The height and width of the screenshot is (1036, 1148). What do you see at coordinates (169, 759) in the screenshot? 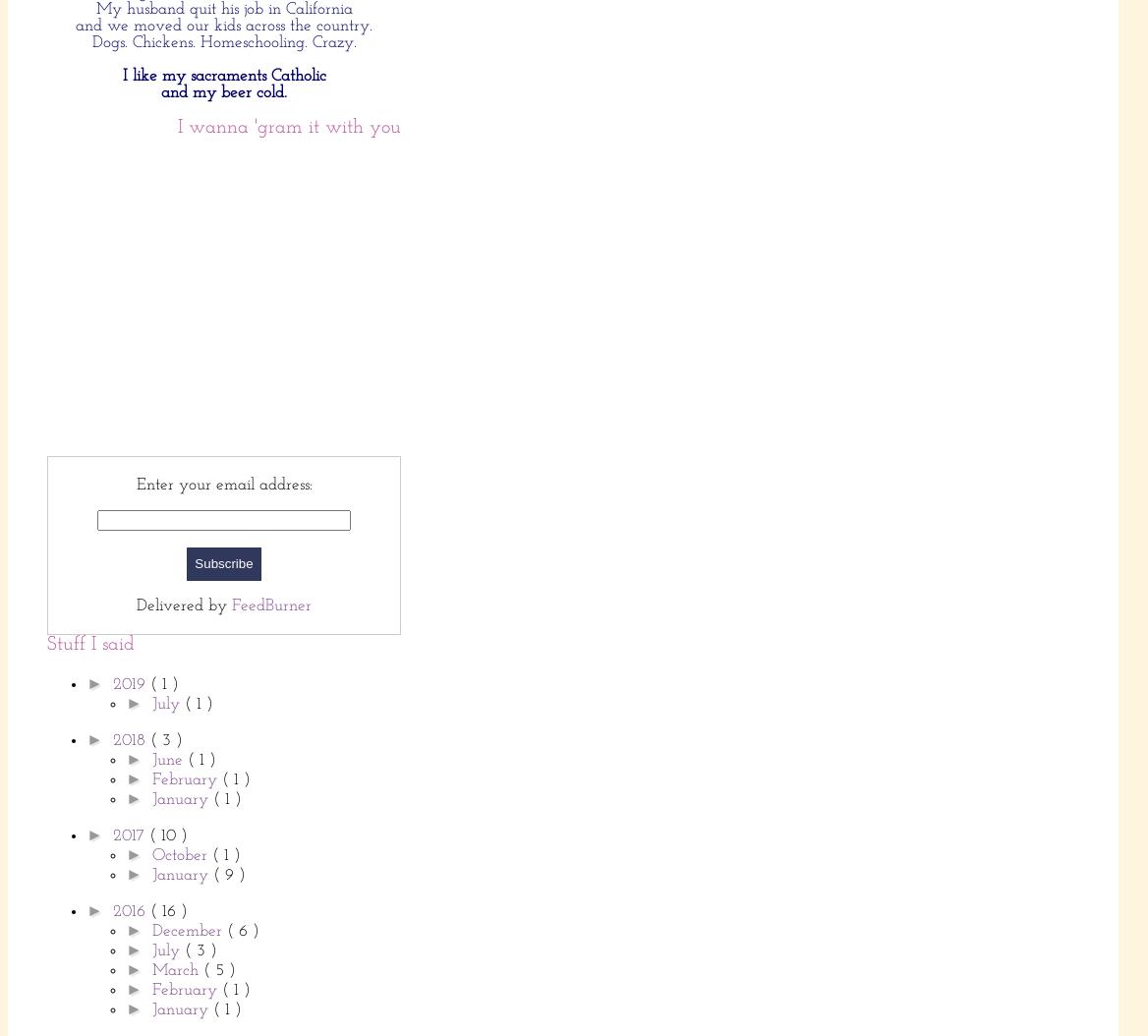
I see `'June'` at bounding box center [169, 759].